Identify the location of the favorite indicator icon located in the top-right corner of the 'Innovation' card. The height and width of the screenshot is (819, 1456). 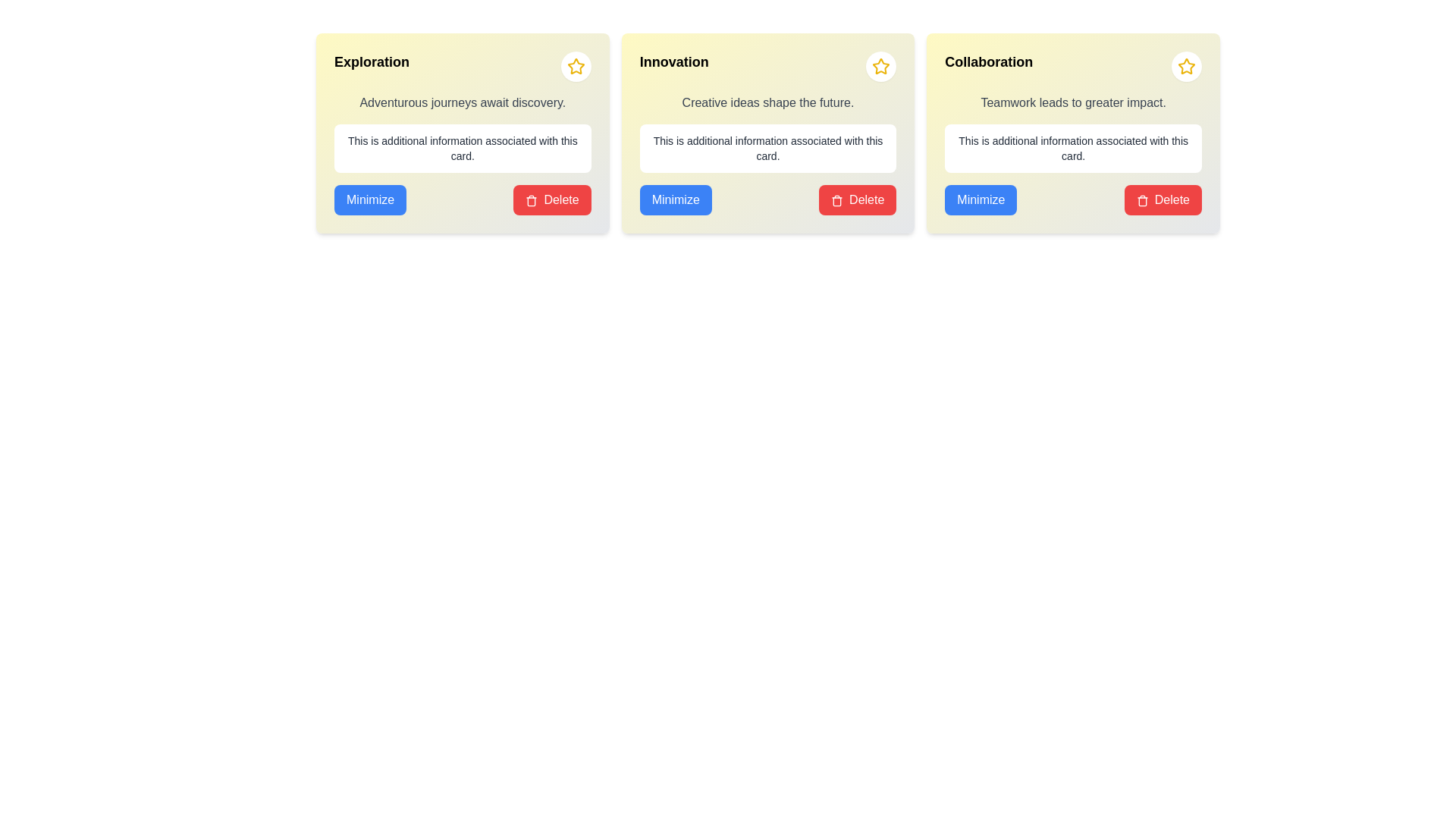
(575, 65).